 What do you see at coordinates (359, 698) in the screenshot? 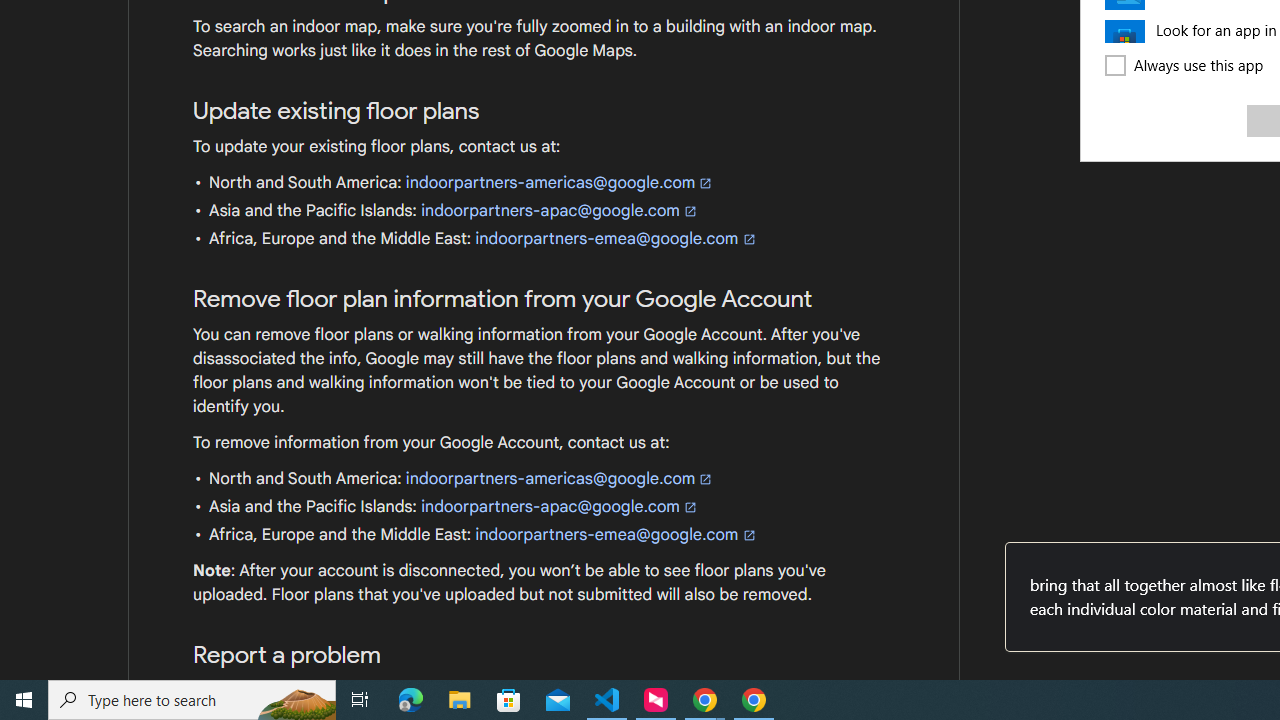
I see `'Task View'` at bounding box center [359, 698].